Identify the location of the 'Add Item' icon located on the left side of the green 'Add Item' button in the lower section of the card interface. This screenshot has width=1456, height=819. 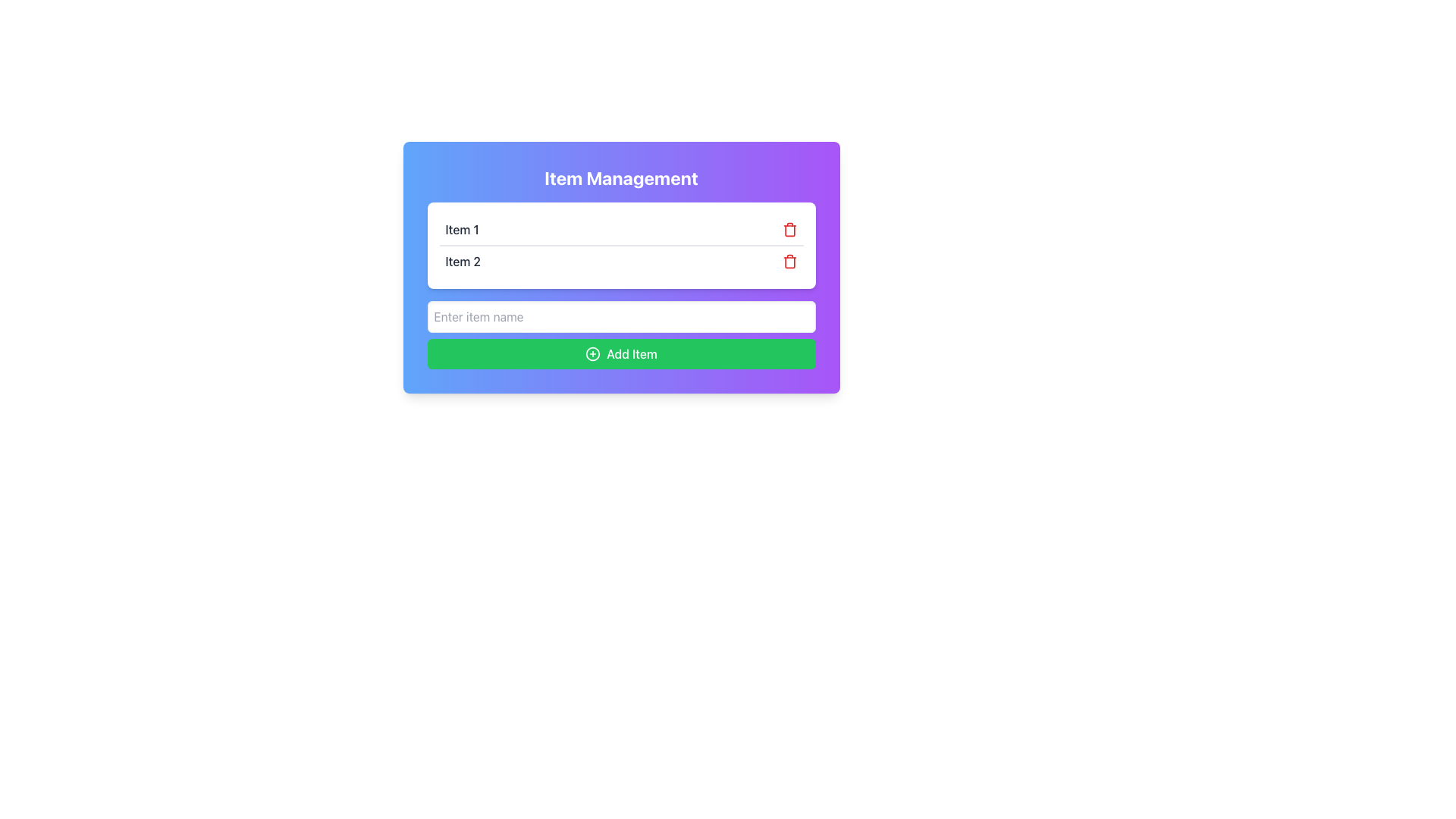
(592, 353).